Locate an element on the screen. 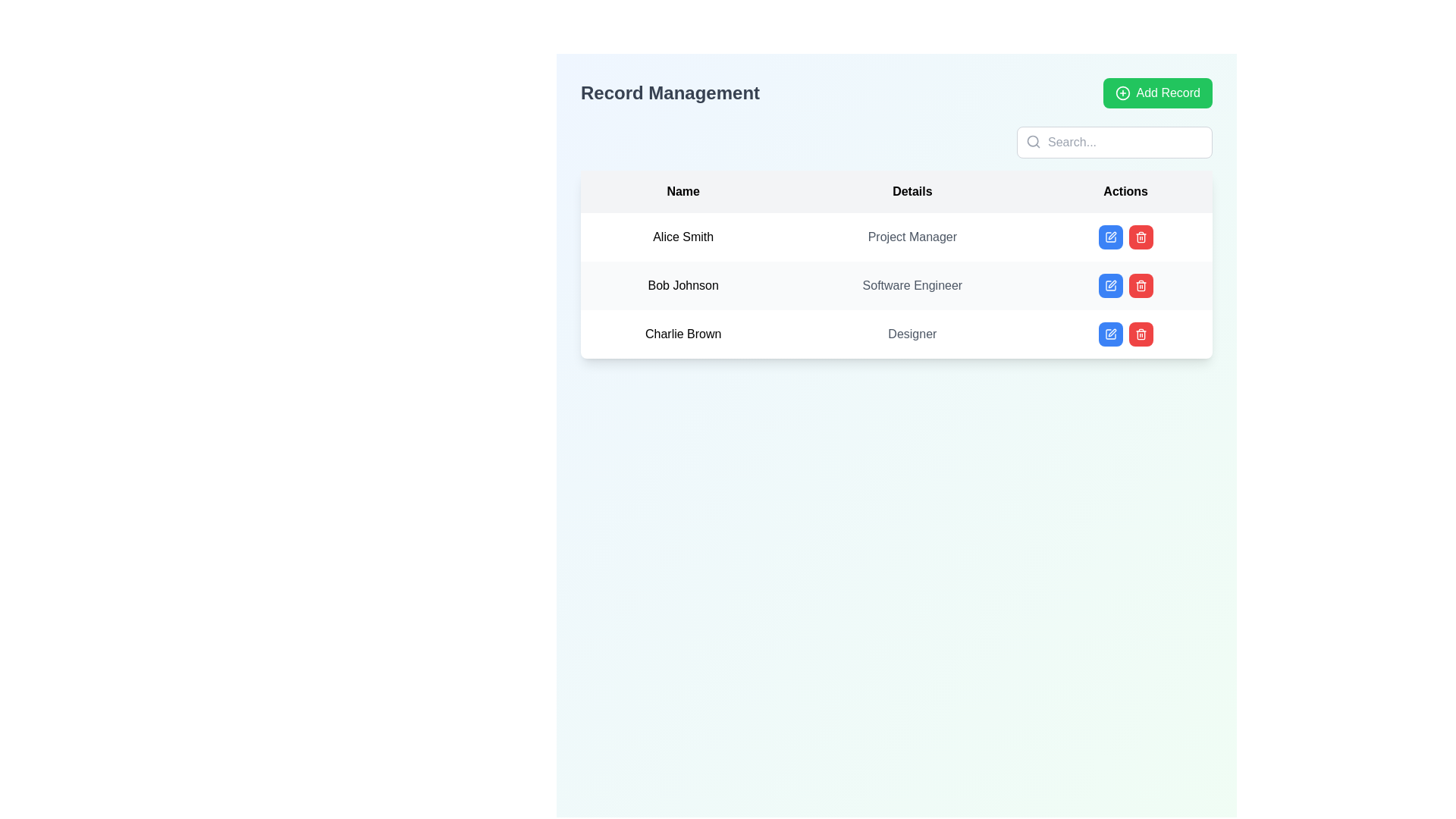 This screenshot has height=819, width=1456. the static text label displaying 'Designer' in gray color, located in the 'Details' column of the table for 'Charlie Brown' is located at coordinates (912, 333).